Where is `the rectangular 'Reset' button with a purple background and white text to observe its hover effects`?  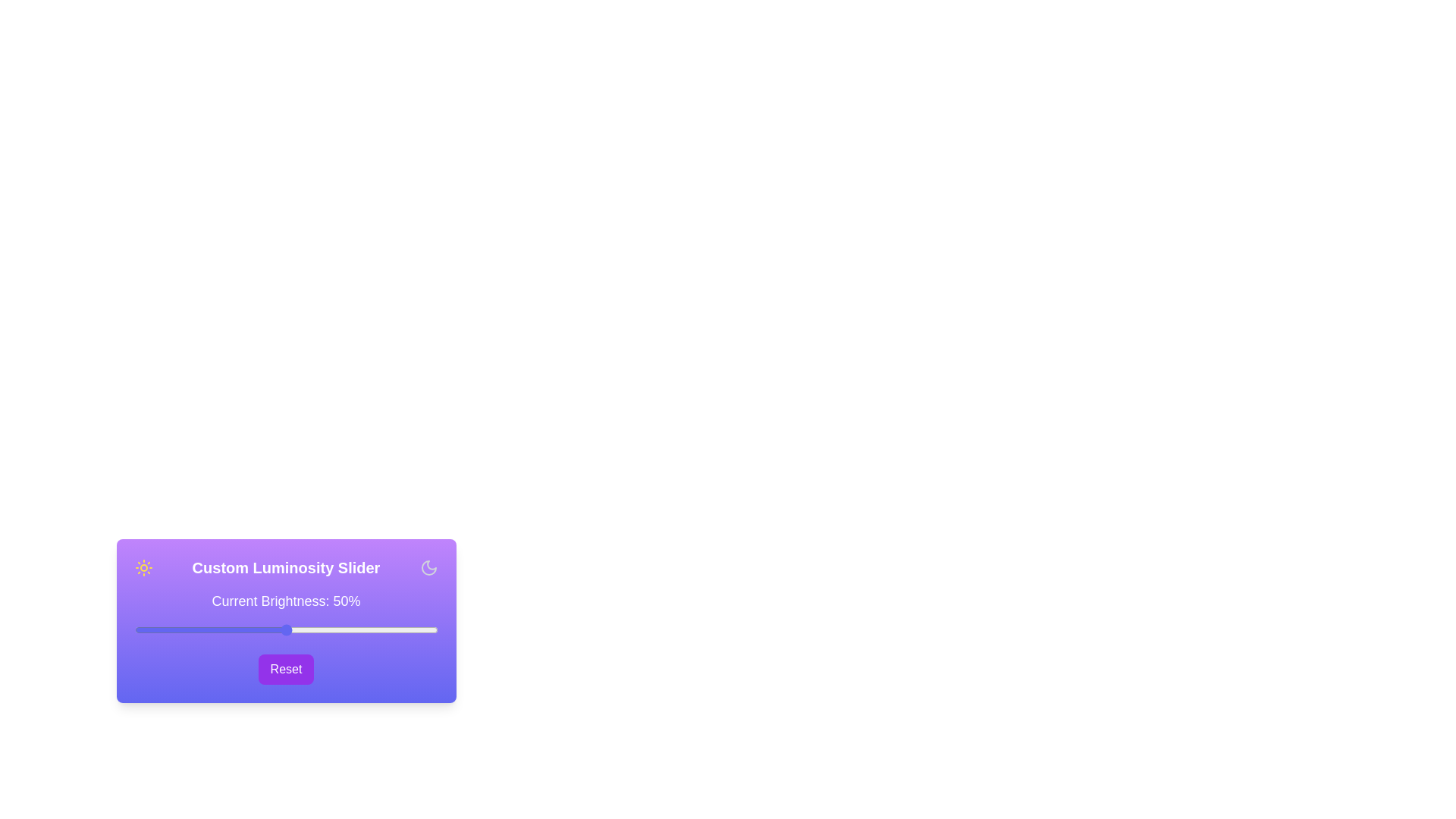 the rectangular 'Reset' button with a purple background and white text to observe its hover effects is located at coordinates (286, 669).